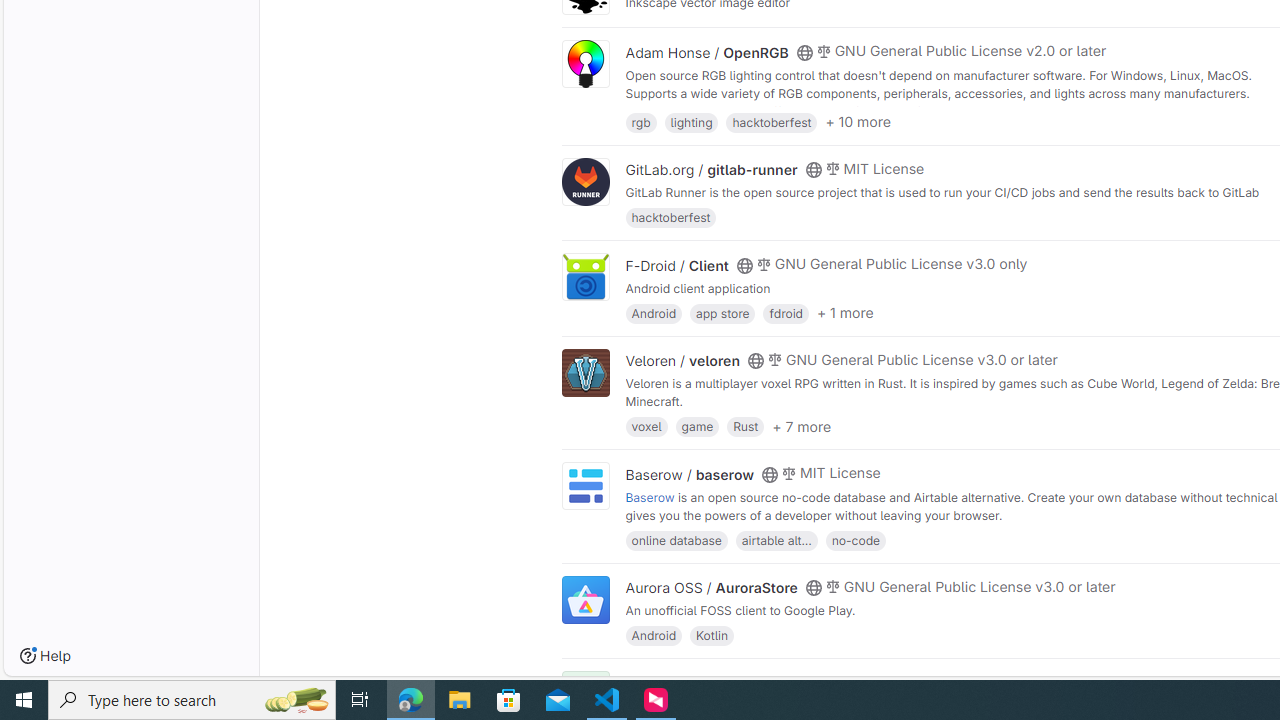  I want to click on 'Adam Honse / OpenRGB', so click(706, 51).